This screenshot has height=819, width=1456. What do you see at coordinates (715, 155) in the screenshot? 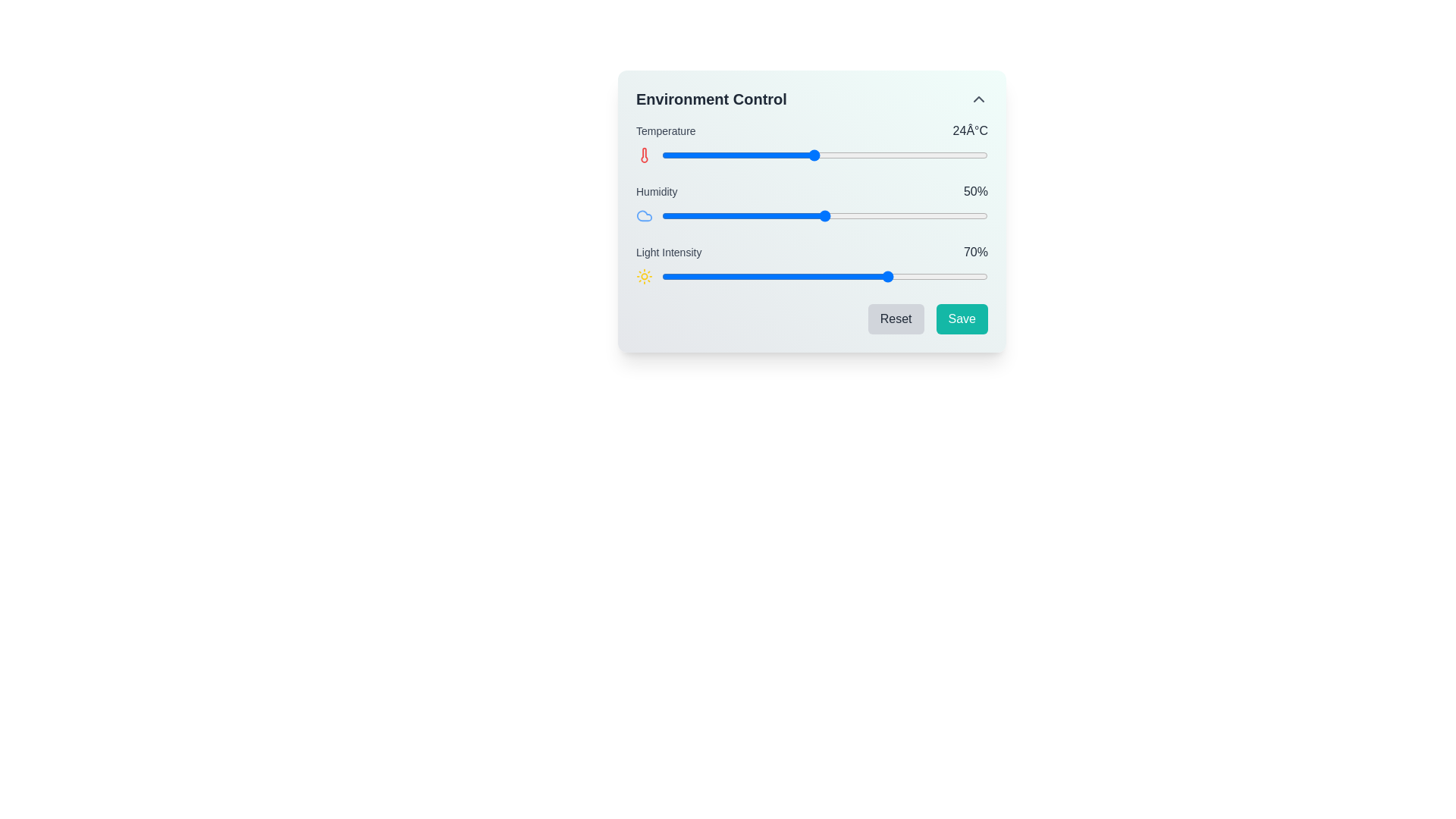
I see `the temperature slider` at bounding box center [715, 155].